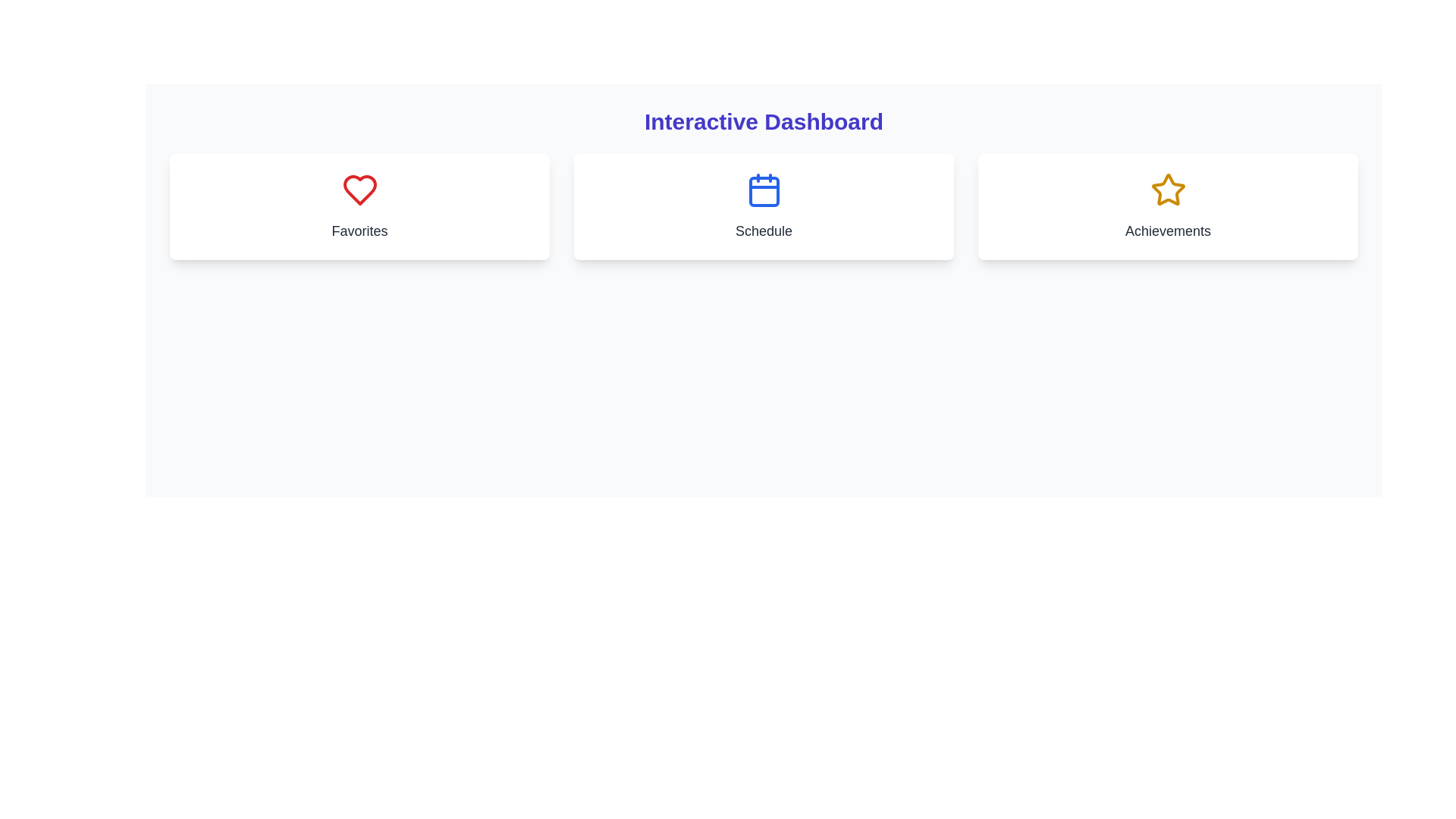 This screenshot has height=819, width=1456. What do you see at coordinates (1167, 207) in the screenshot?
I see `the 'Achievements' section represented by a decorative star icon and the label 'Achievements'` at bounding box center [1167, 207].